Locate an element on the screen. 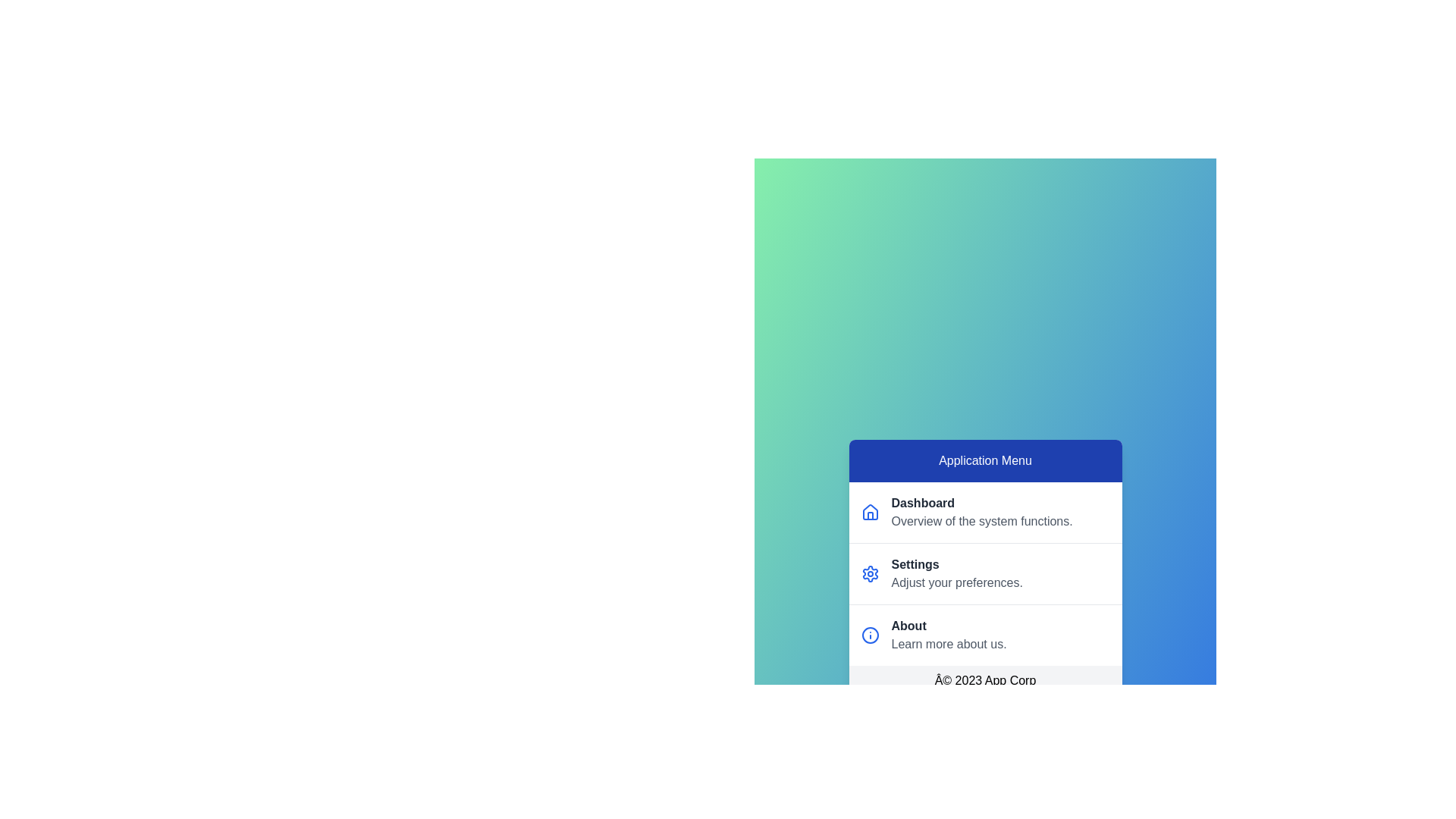  the menu item About to preview its description is located at coordinates (985, 635).